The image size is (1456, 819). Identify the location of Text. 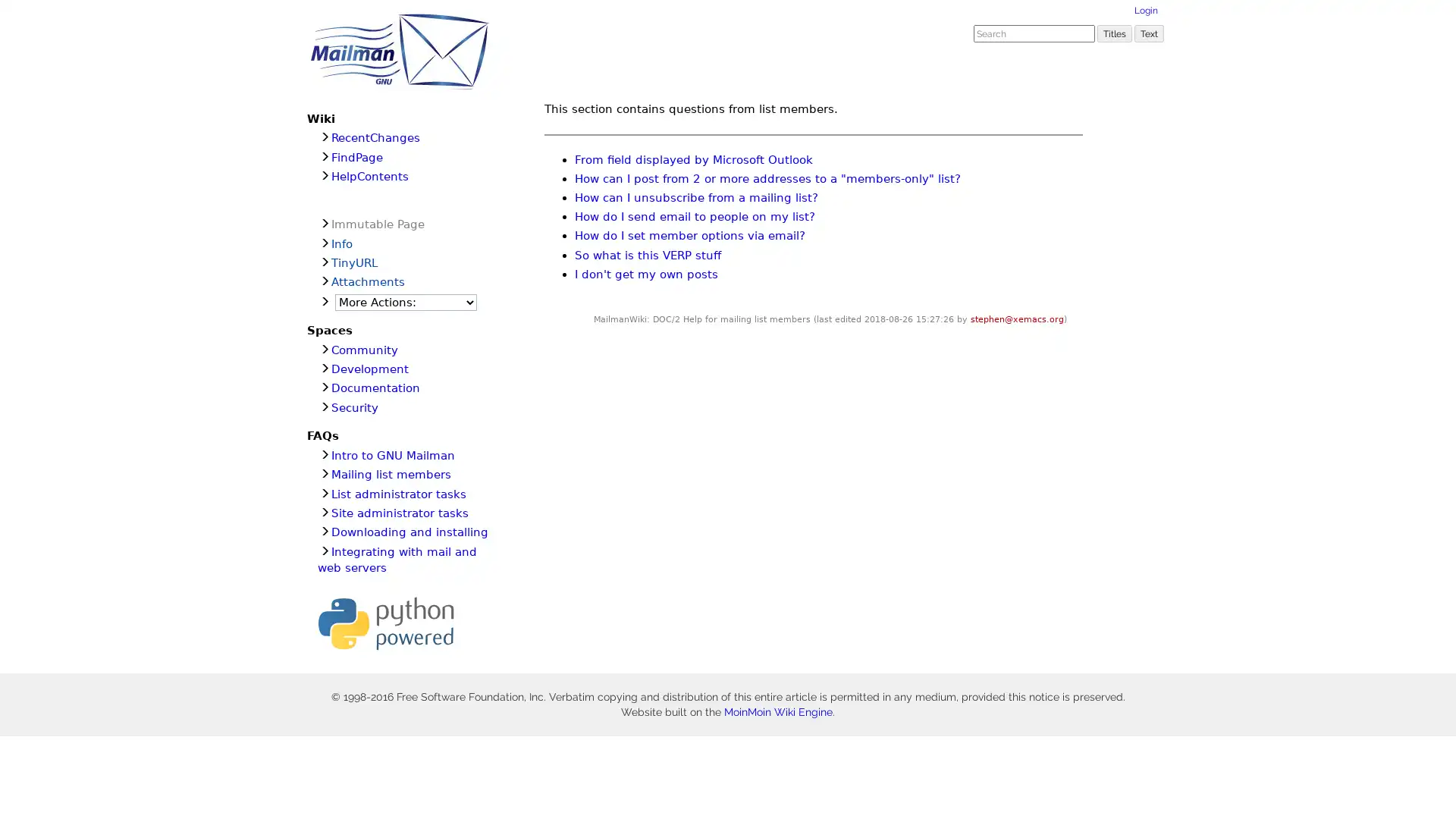
(1149, 33).